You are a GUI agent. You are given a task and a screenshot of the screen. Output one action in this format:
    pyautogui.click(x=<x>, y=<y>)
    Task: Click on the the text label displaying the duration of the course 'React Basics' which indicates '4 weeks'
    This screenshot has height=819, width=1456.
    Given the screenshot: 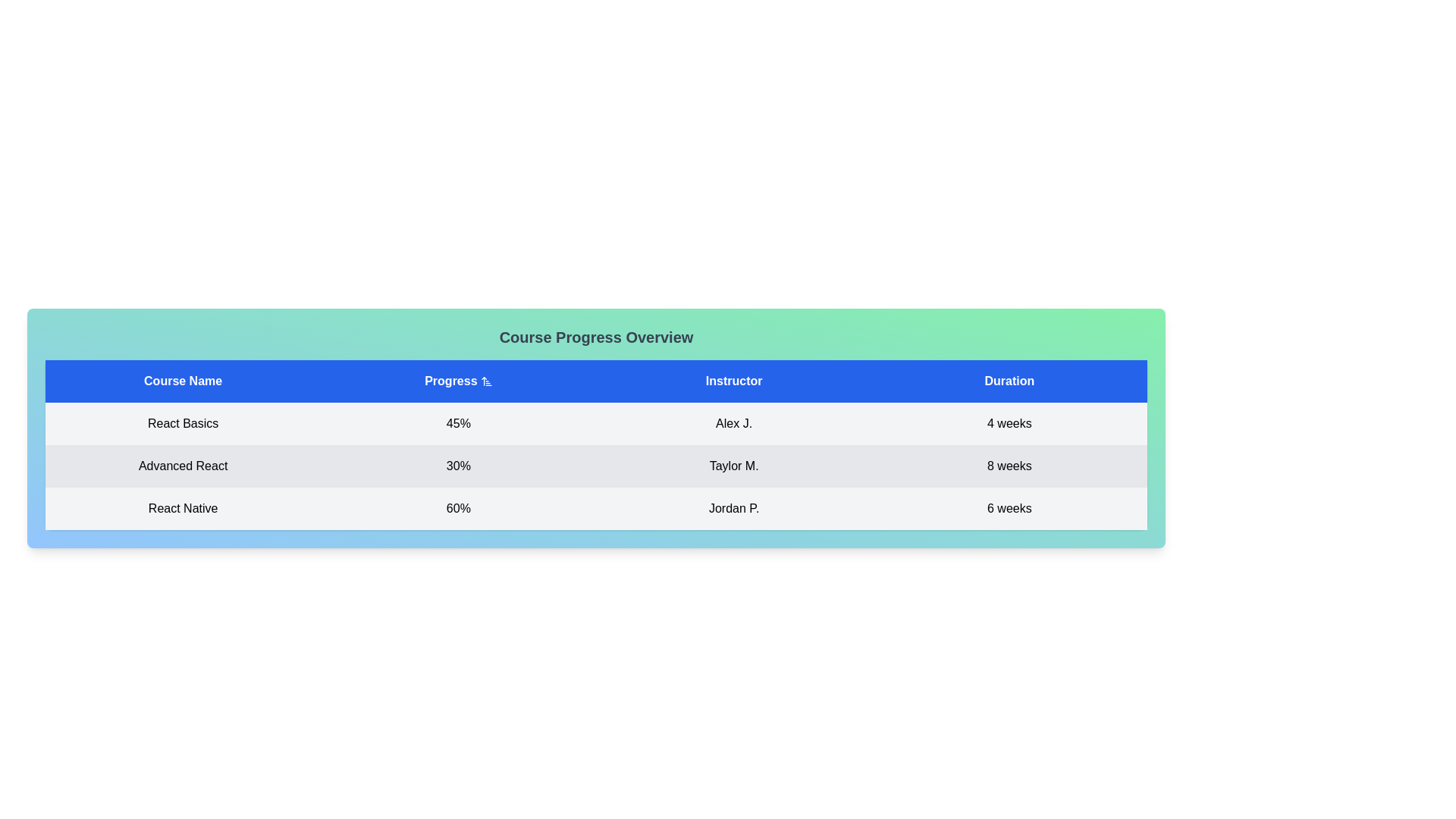 What is the action you would take?
    pyautogui.click(x=1009, y=424)
    